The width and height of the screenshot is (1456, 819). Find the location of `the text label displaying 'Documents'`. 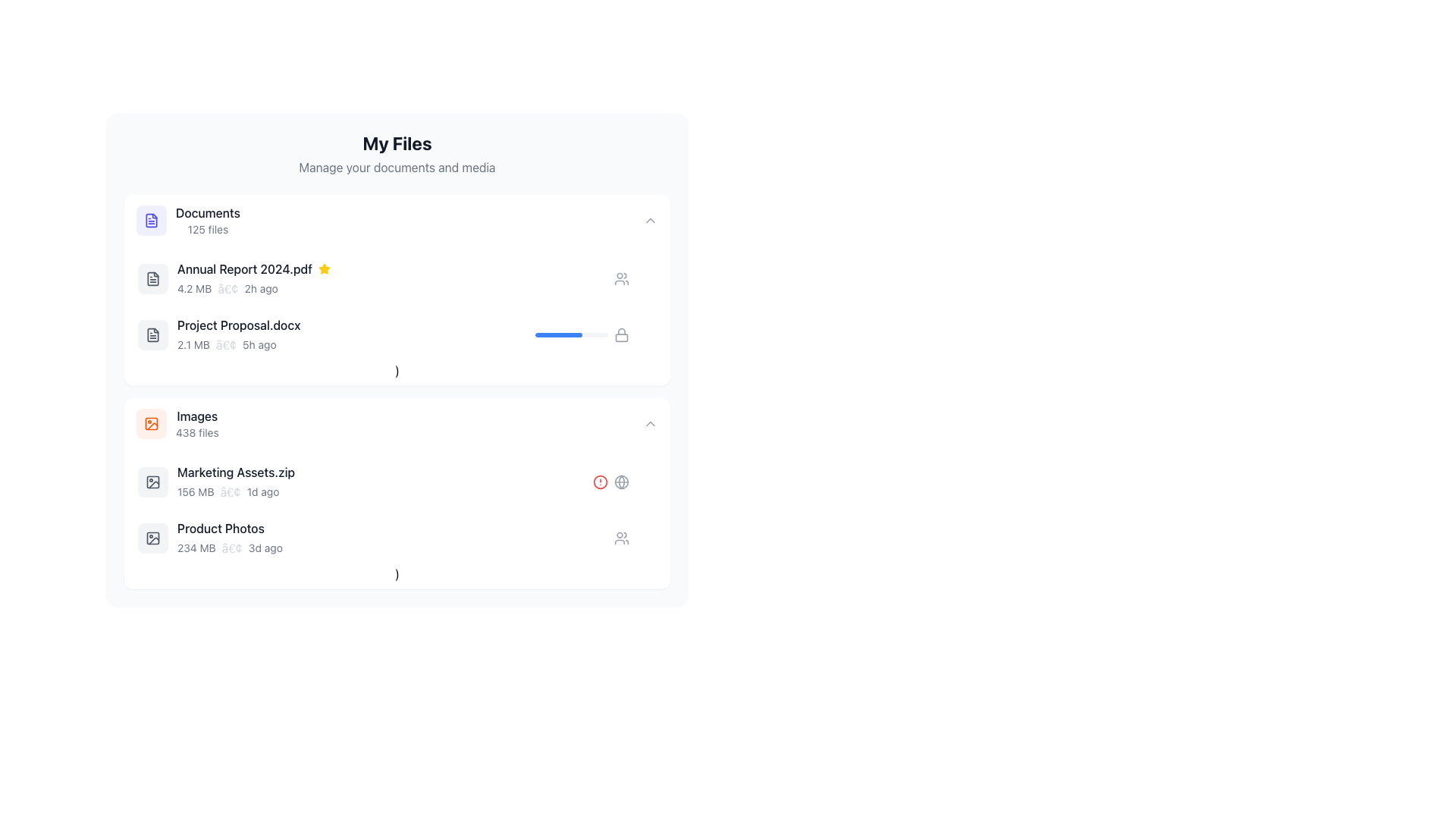

the text label displaying 'Documents' is located at coordinates (207, 213).